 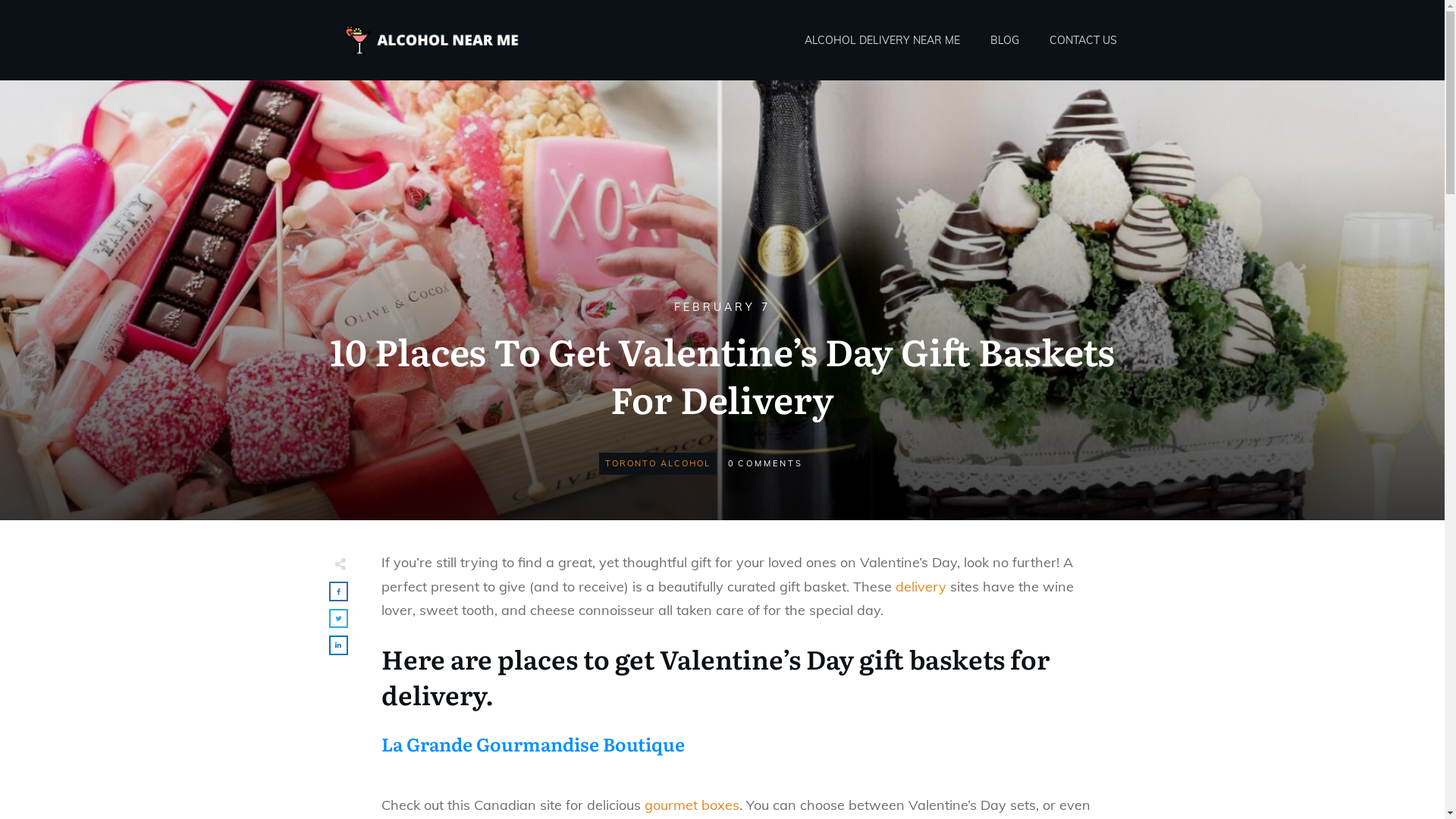 What do you see at coordinates (919, 585) in the screenshot?
I see `'delivery'` at bounding box center [919, 585].